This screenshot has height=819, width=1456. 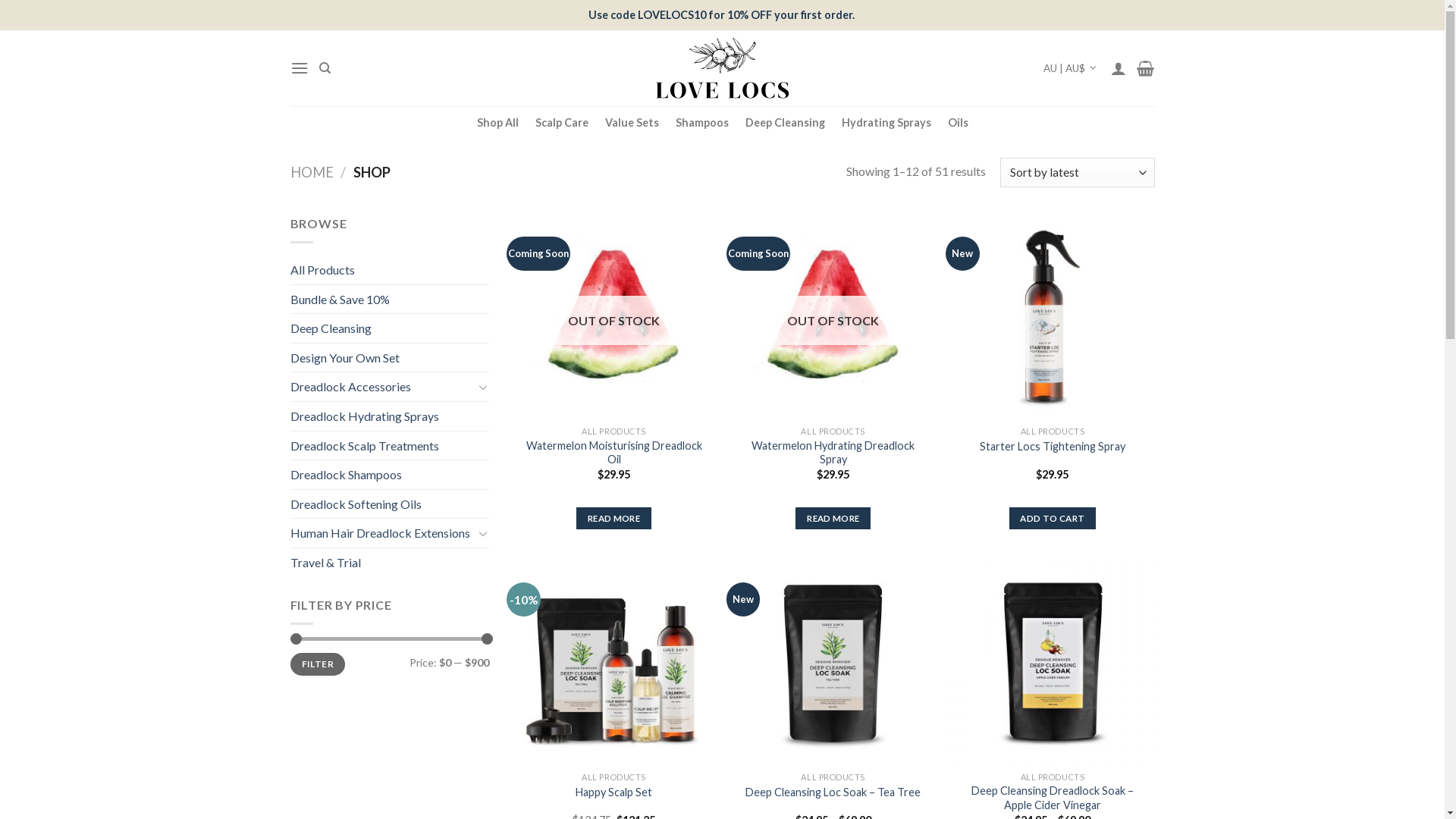 I want to click on 'Love Locs', so click(x=720, y=67).